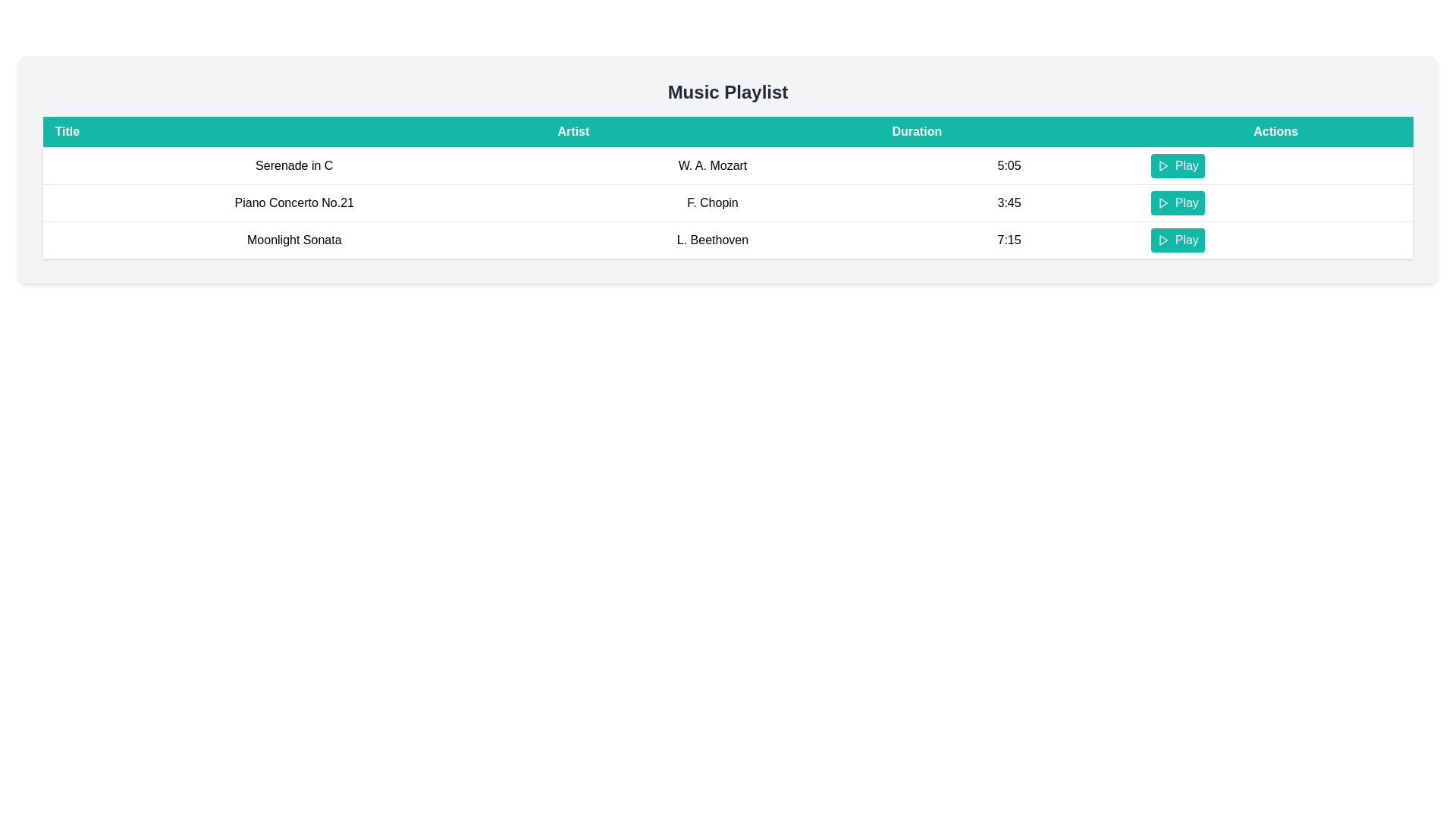 Image resolution: width=1456 pixels, height=819 pixels. I want to click on the text label displaying the duration of the song 'Serenade in C' by W. A. Mozart, located in the second row of the playlist table within the 'Duration' column, so click(1009, 166).